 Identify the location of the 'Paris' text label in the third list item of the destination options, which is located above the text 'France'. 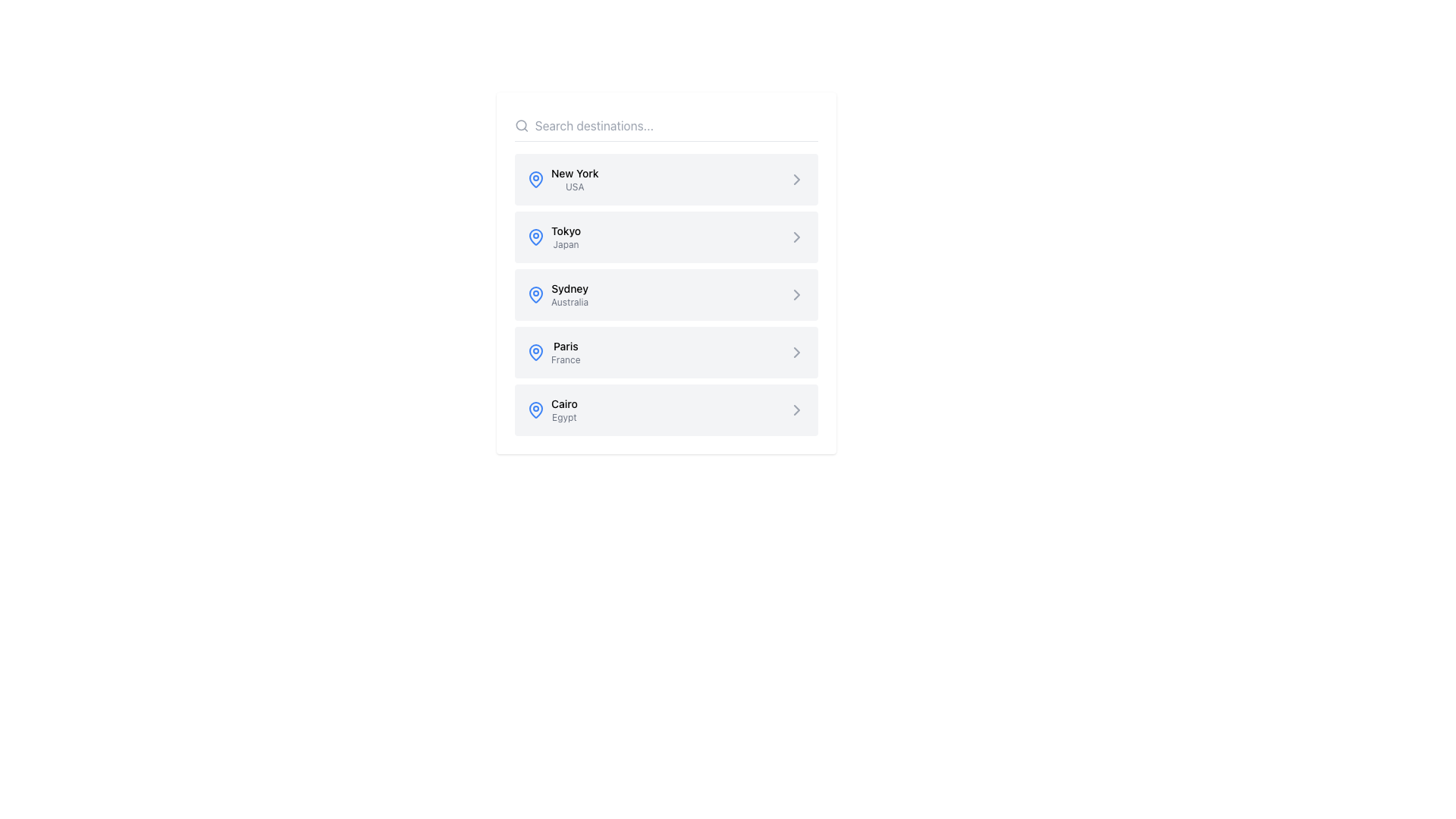
(565, 346).